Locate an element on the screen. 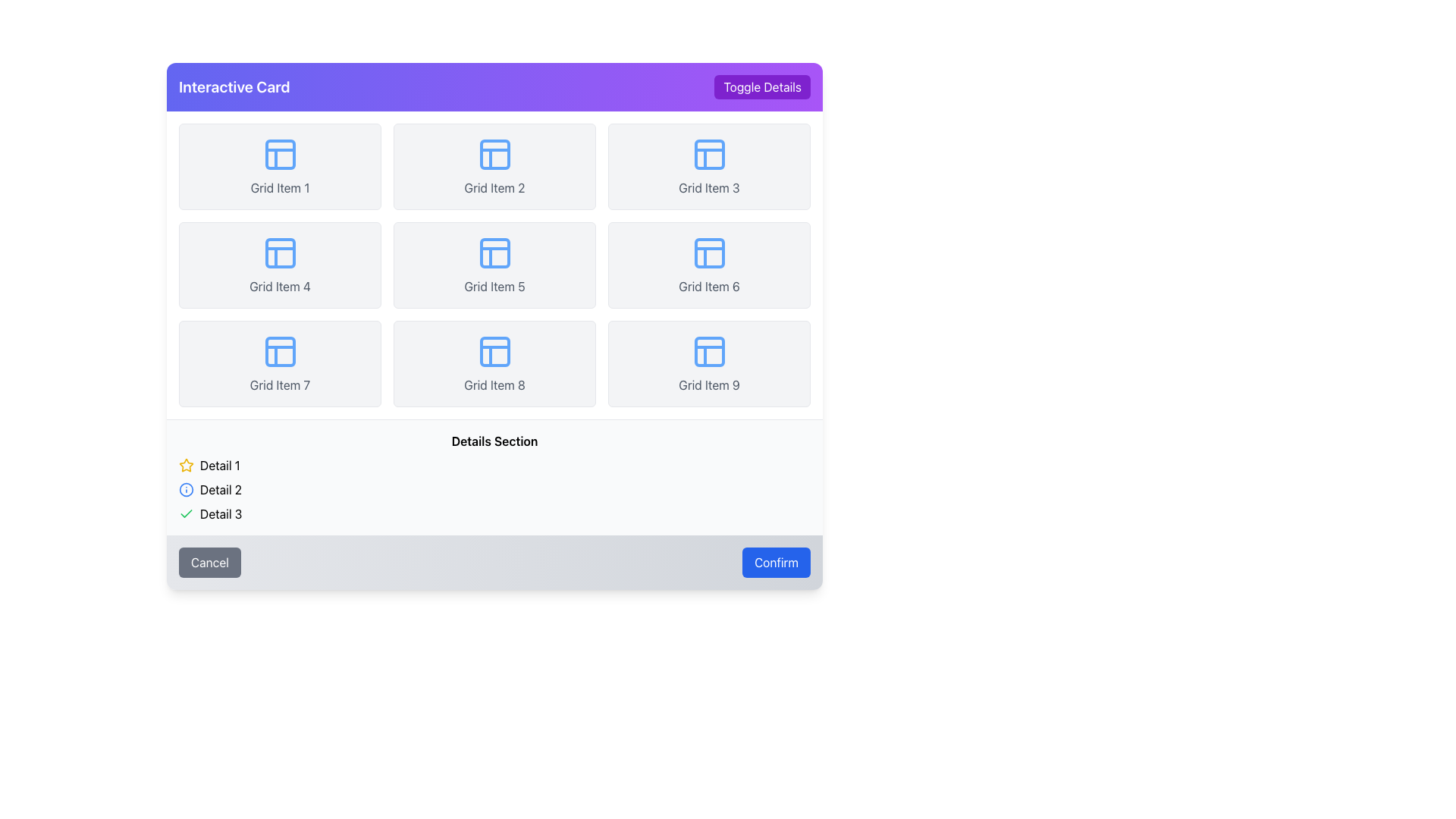 This screenshot has width=1456, height=819. the green checkmark icon located to the left of the text 'Detail 3' in the 'Details Section' for status indication is located at coordinates (185, 513).